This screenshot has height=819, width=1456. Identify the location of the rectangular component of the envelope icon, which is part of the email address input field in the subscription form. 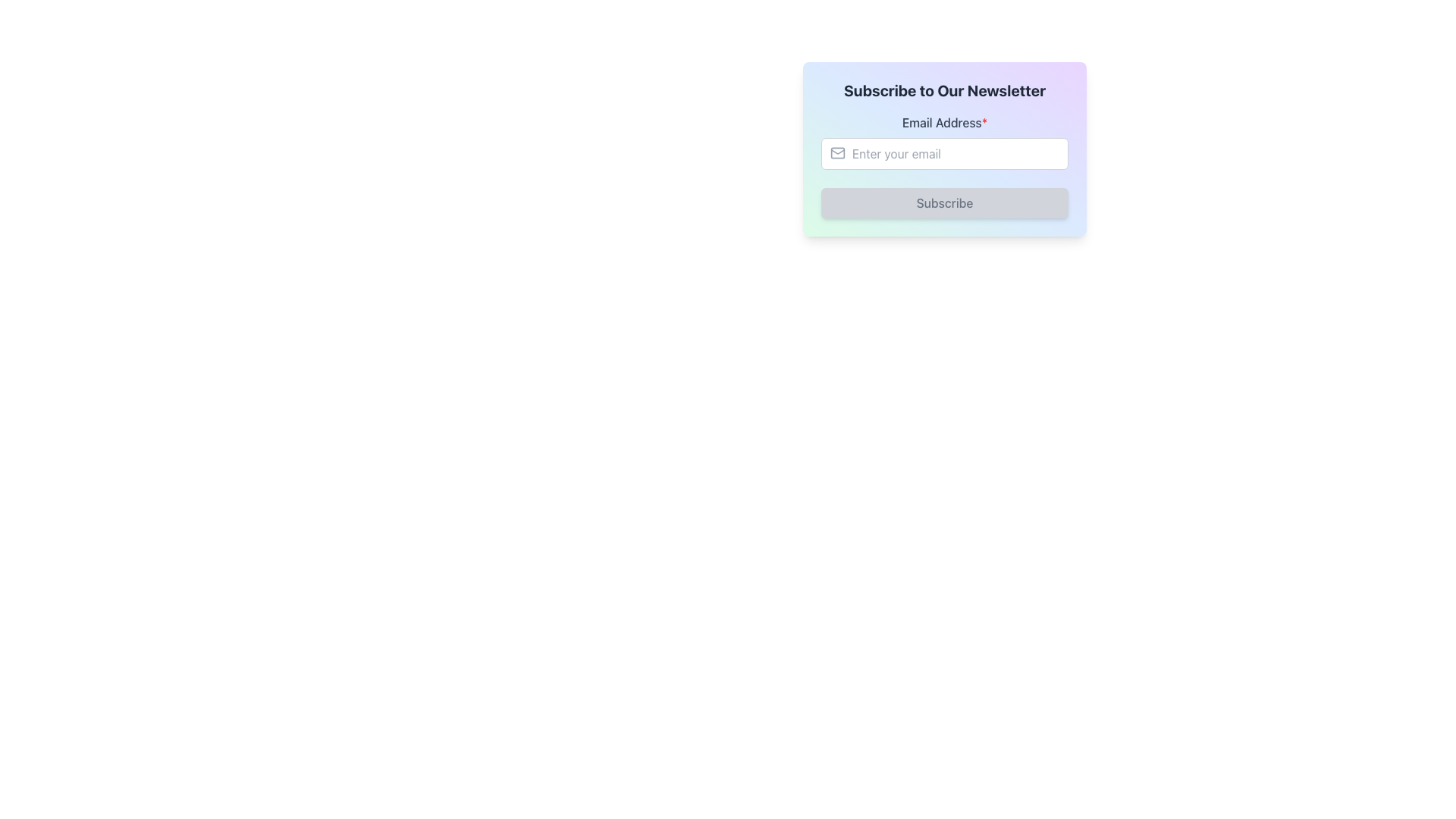
(836, 152).